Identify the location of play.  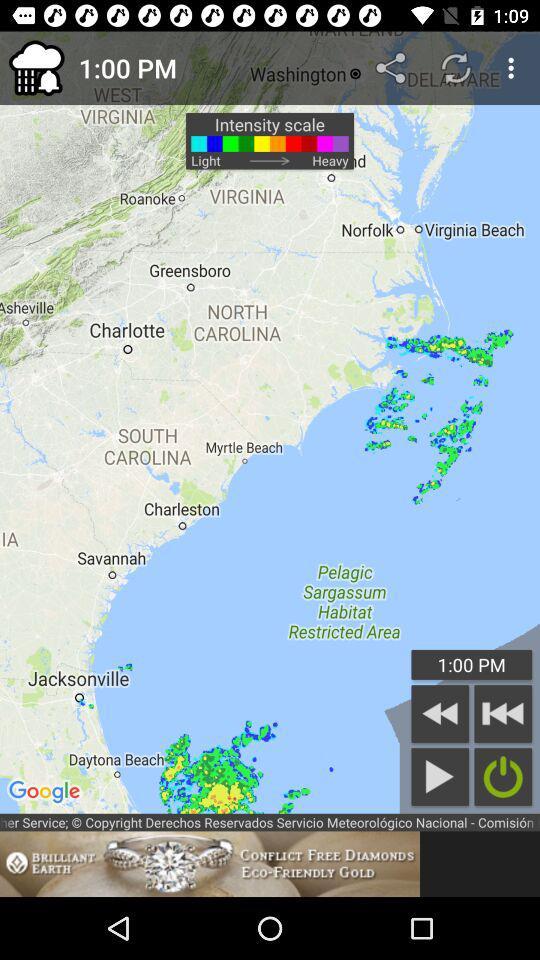
(440, 776).